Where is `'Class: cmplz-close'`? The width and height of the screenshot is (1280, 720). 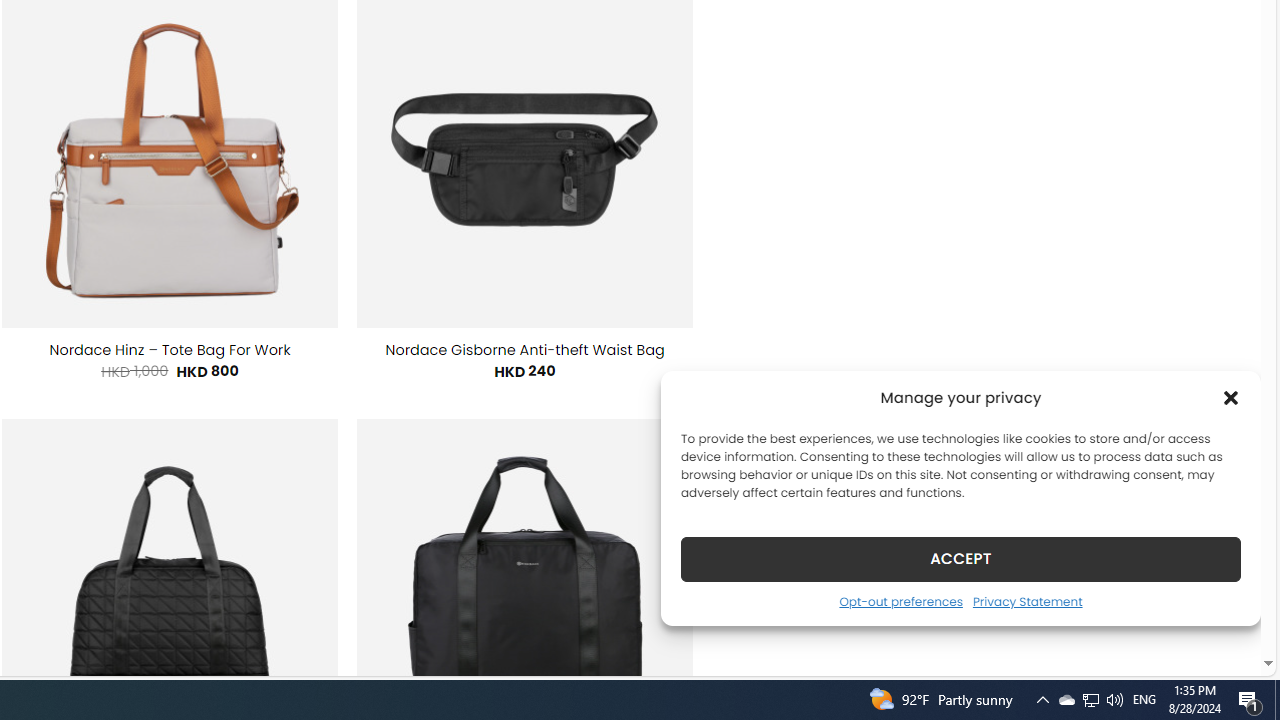
'Class: cmplz-close' is located at coordinates (1230, 397).